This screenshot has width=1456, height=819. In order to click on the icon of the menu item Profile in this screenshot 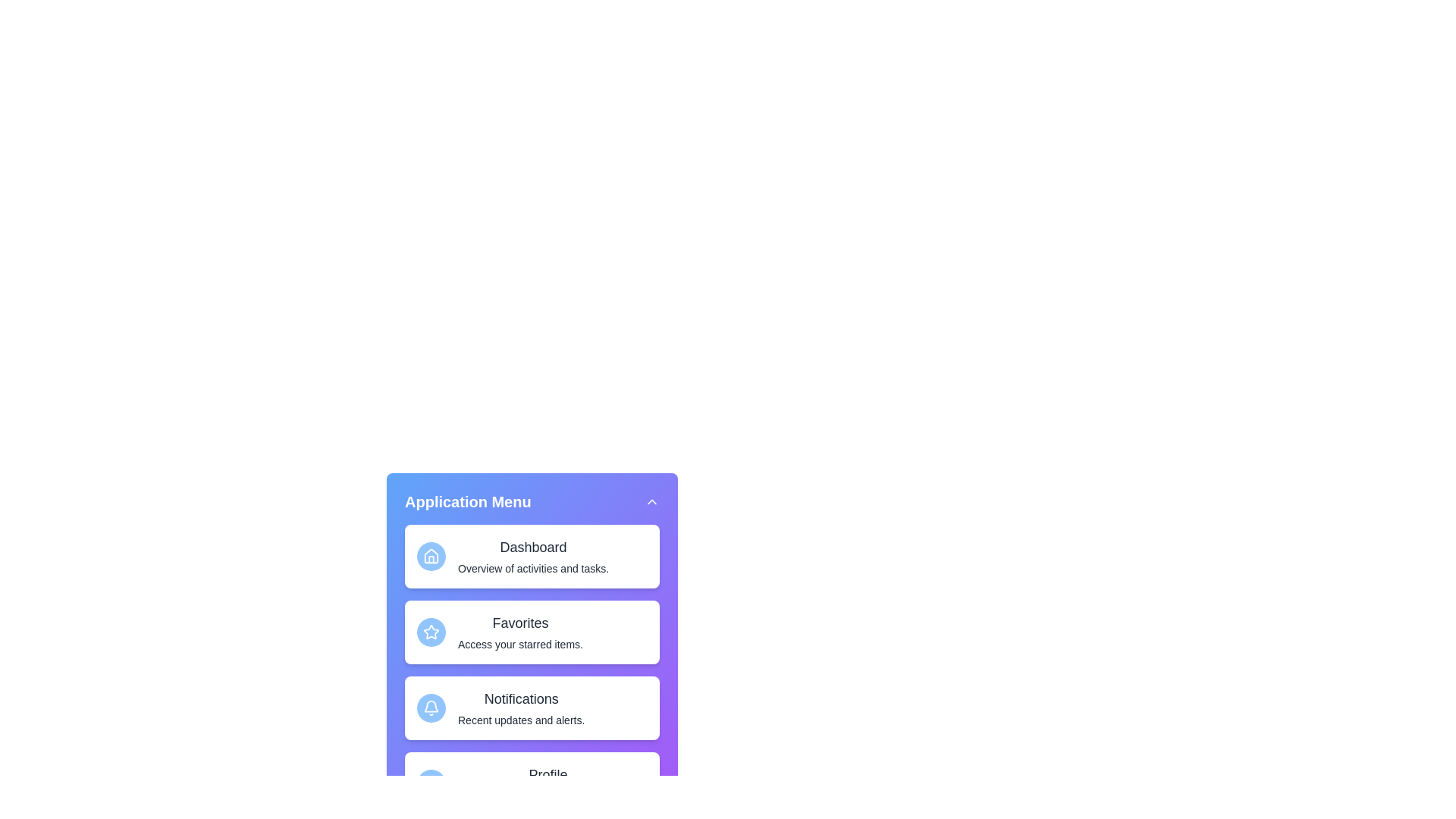, I will do `click(431, 783)`.